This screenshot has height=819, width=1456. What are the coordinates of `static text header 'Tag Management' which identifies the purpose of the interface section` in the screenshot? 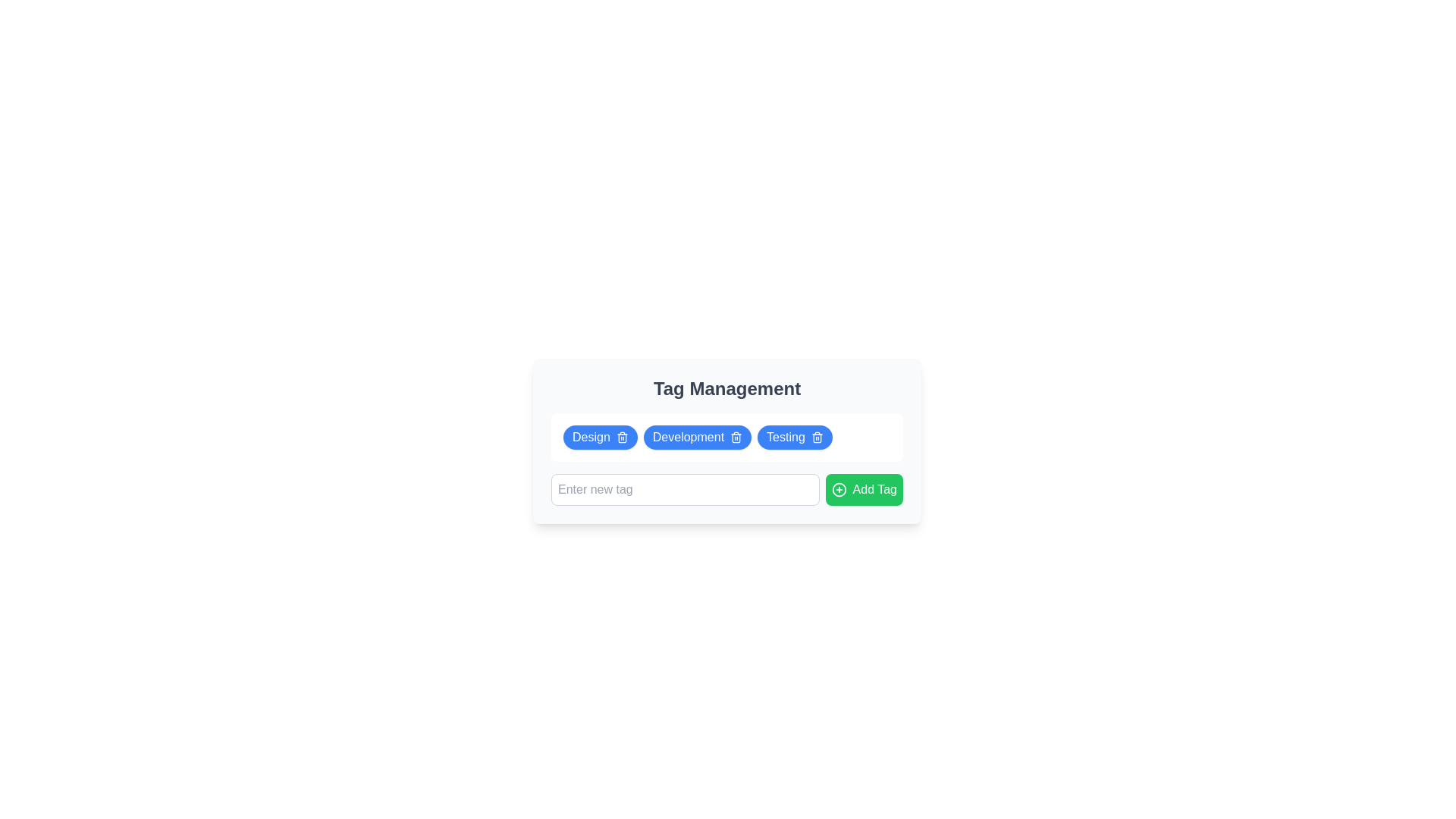 It's located at (726, 388).